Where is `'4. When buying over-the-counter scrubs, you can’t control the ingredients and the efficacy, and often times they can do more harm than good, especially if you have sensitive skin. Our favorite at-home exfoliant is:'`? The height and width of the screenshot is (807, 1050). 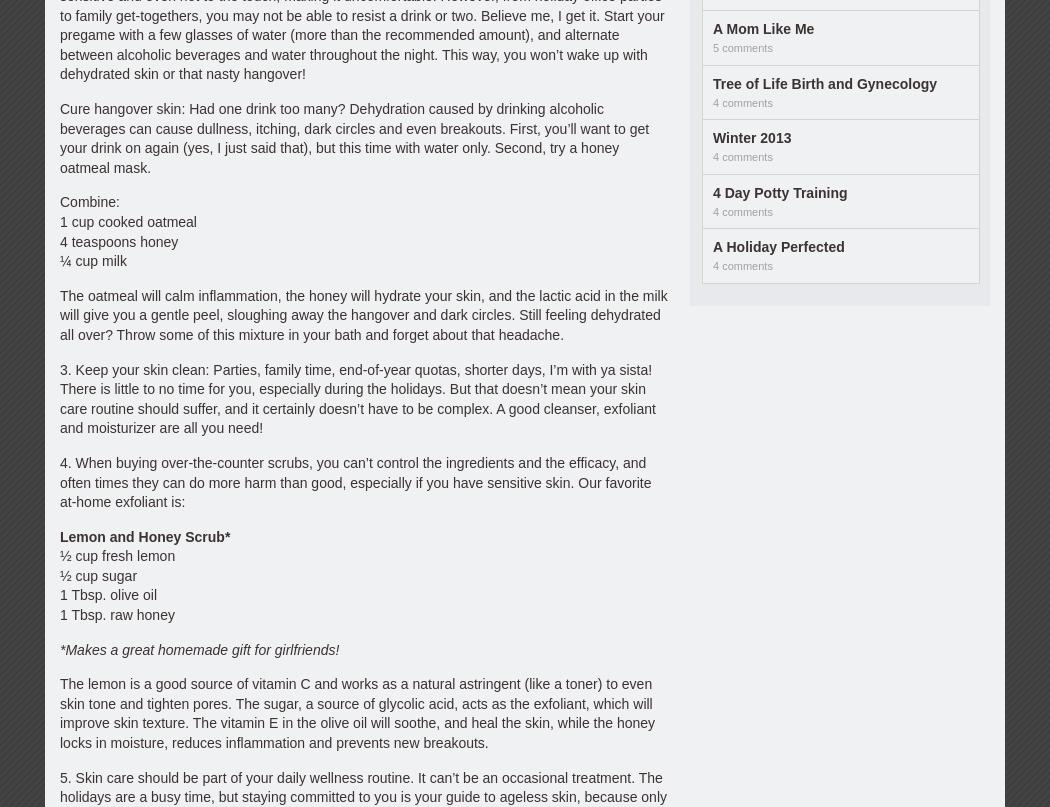
'4. When buying over-the-counter scrubs, you can’t control the ingredients and the efficacy, and often times they can do more harm than good, especially if you have sensitive skin. Our favorite at-home exfoliant is:' is located at coordinates (354, 481).